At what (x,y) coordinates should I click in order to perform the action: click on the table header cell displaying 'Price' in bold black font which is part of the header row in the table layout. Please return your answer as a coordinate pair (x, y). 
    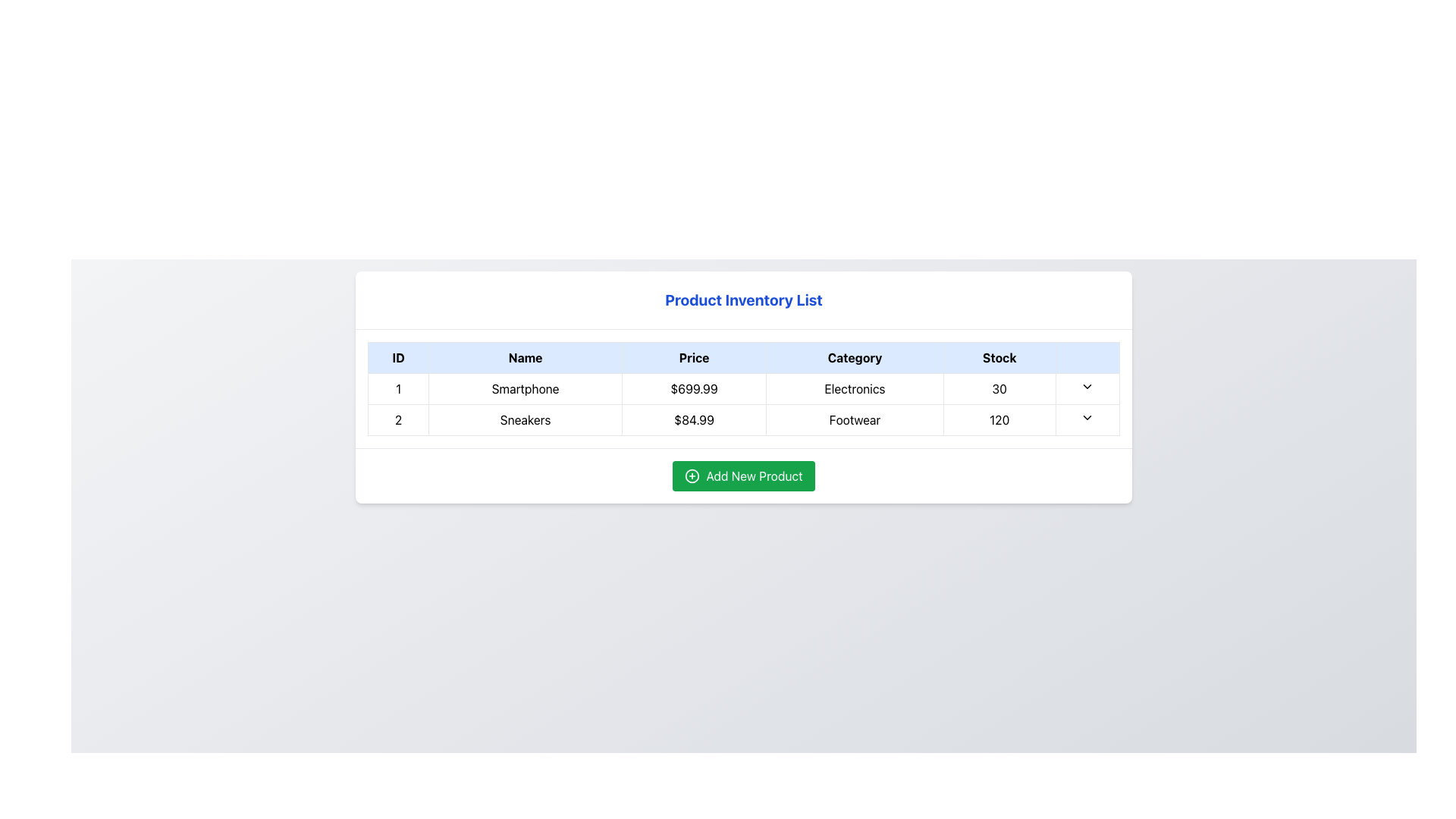
    Looking at the image, I should click on (693, 357).